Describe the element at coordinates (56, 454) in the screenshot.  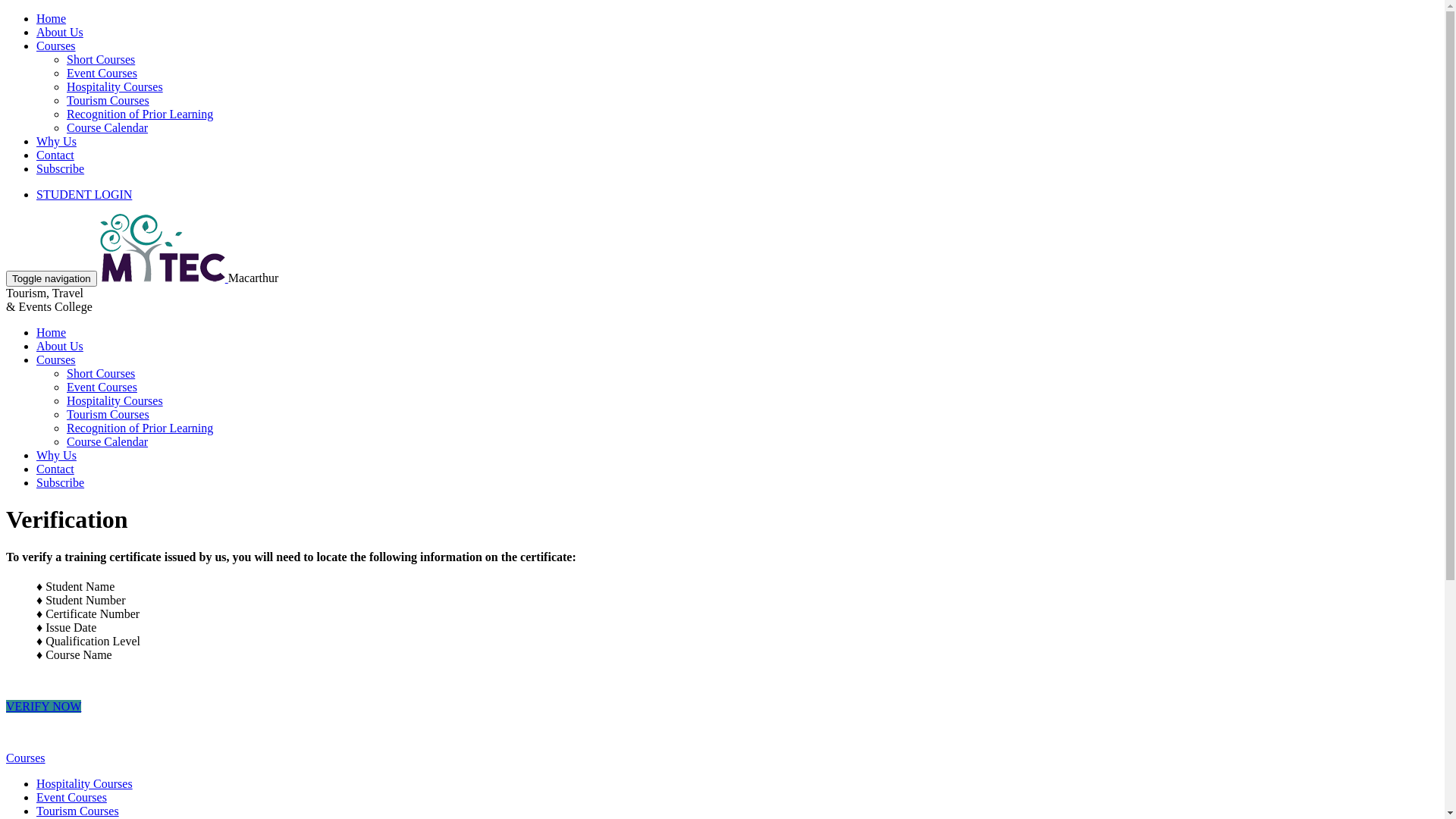
I see `'Why Us'` at that location.